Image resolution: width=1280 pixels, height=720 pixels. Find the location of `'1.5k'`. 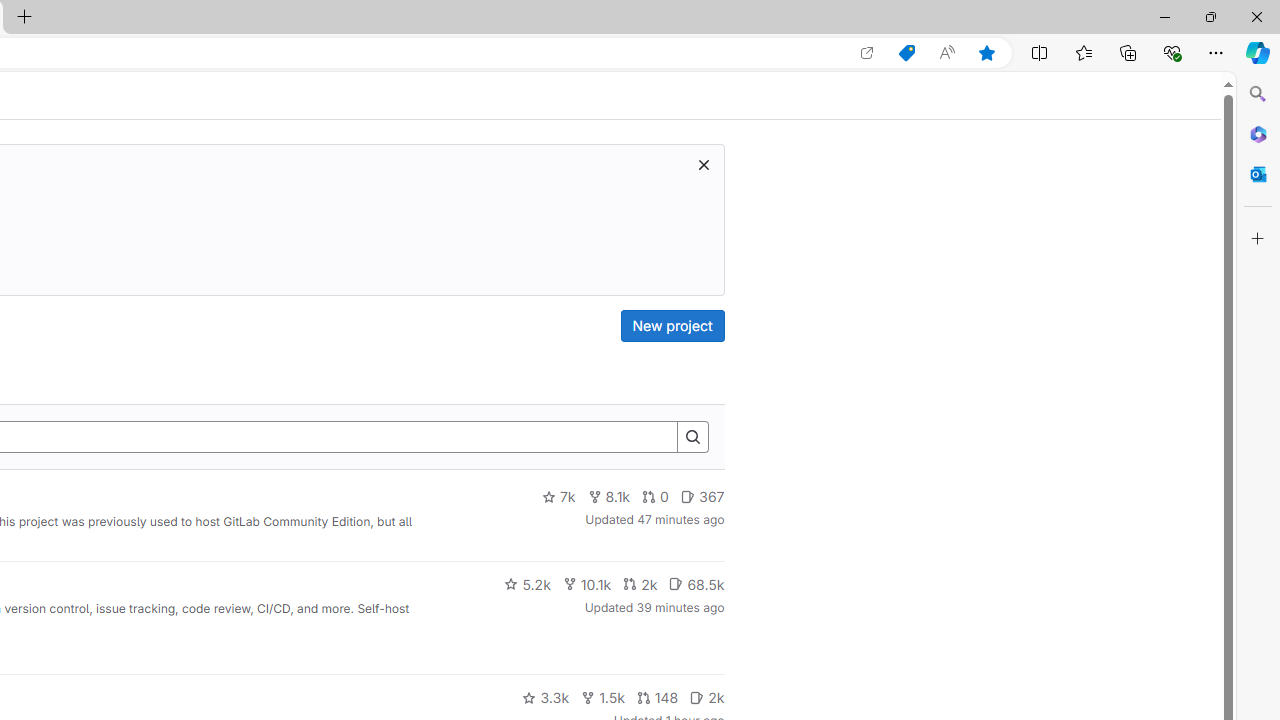

'1.5k' is located at coordinates (601, 697).